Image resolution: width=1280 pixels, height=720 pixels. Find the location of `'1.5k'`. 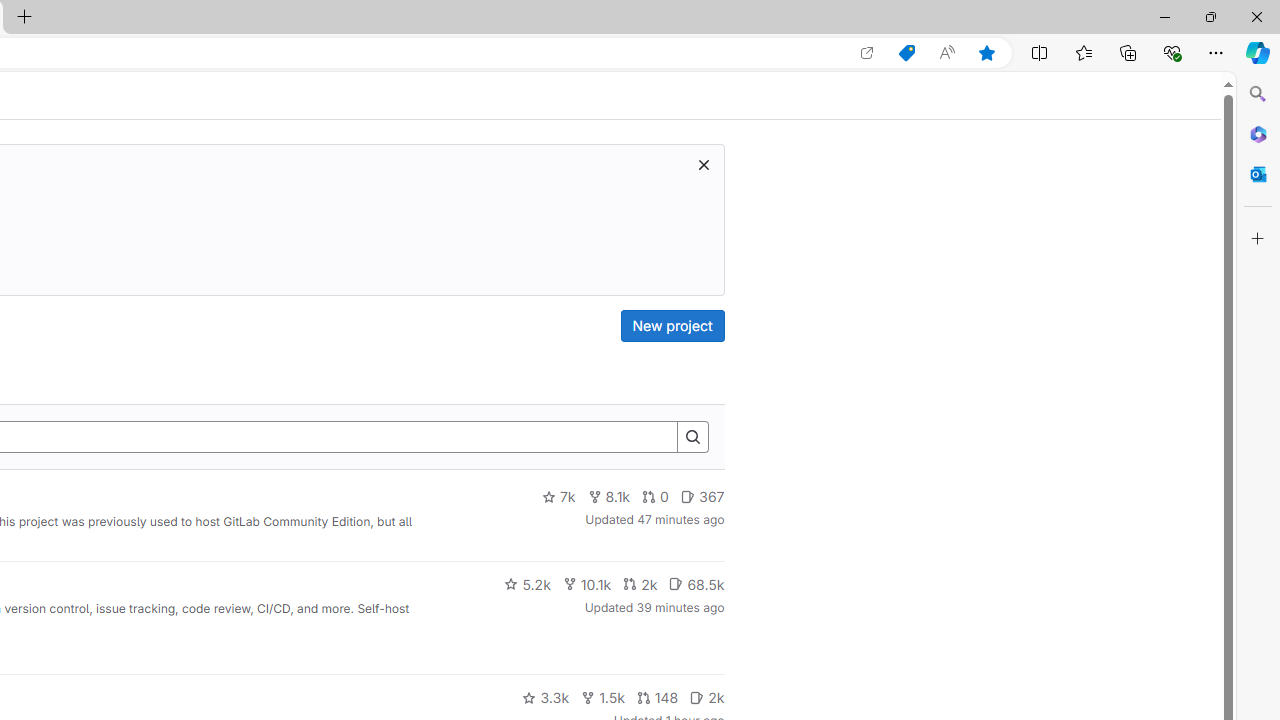

'1.5k' is located at coordinates (601, 697).